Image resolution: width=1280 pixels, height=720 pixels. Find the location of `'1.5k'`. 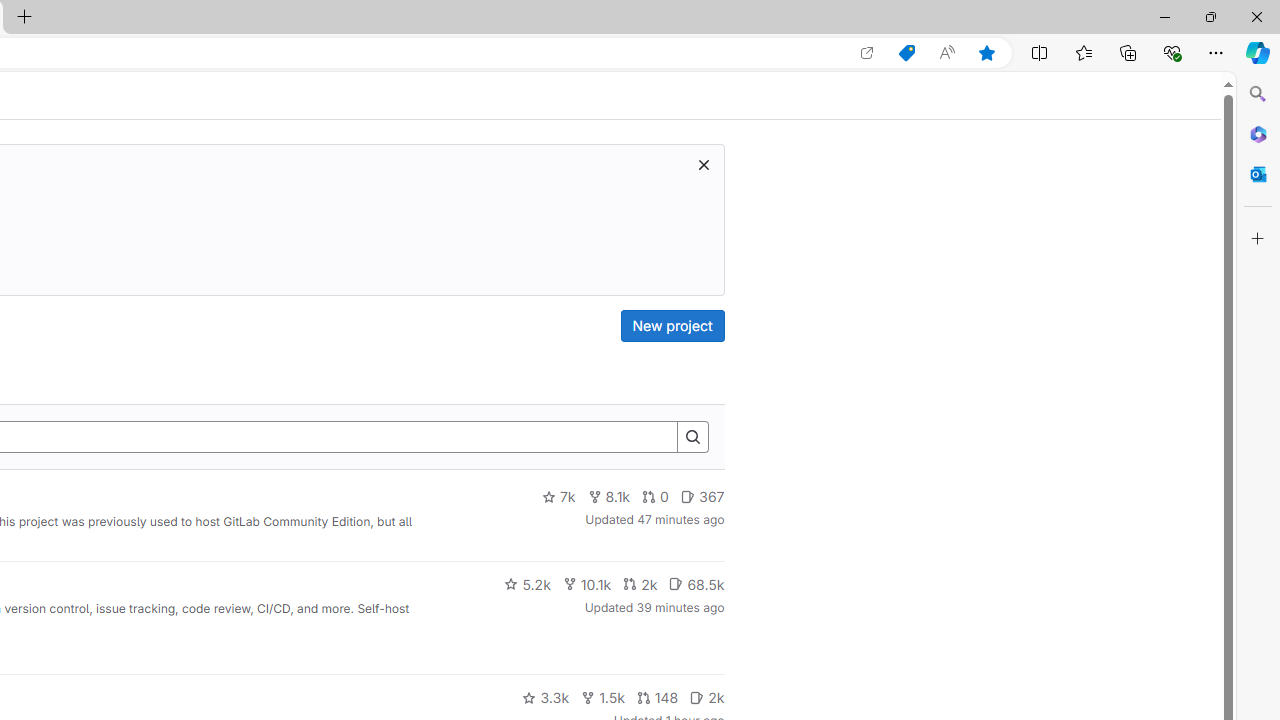

'1.5k' is located at coordinates (601, 697).